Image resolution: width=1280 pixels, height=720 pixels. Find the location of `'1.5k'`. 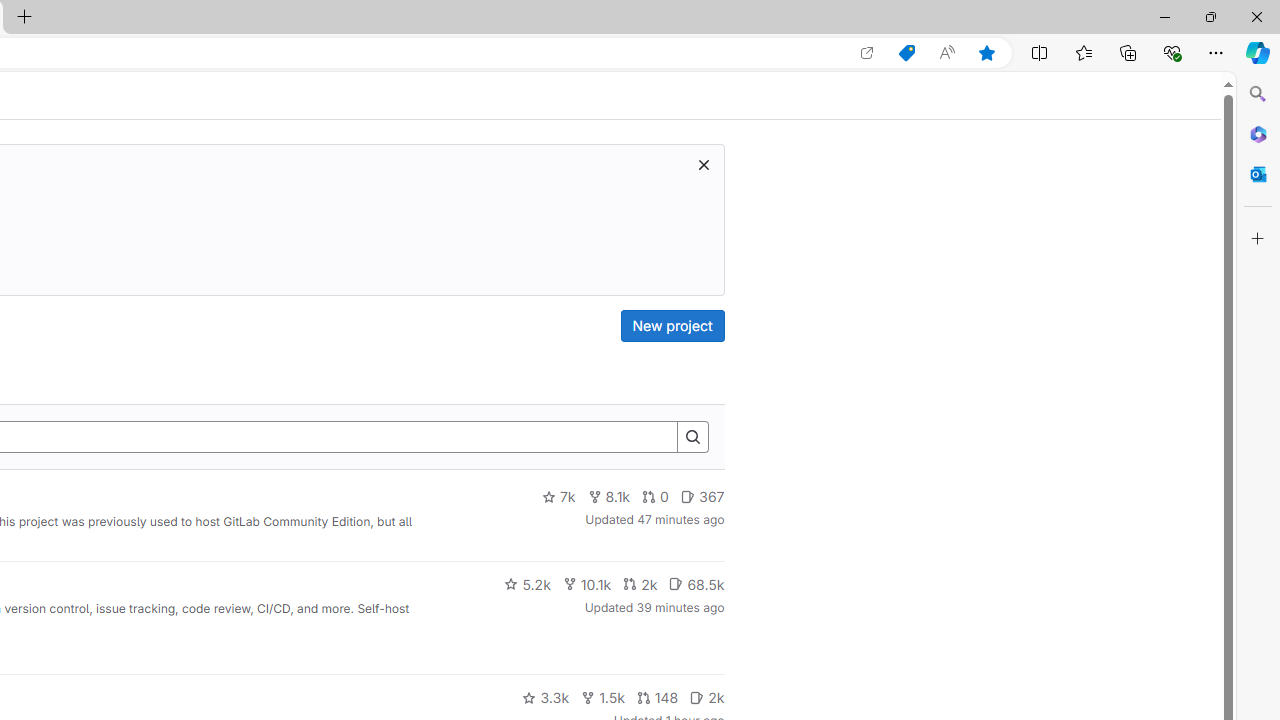

'1.5k' is located at coordinates (601, 697).